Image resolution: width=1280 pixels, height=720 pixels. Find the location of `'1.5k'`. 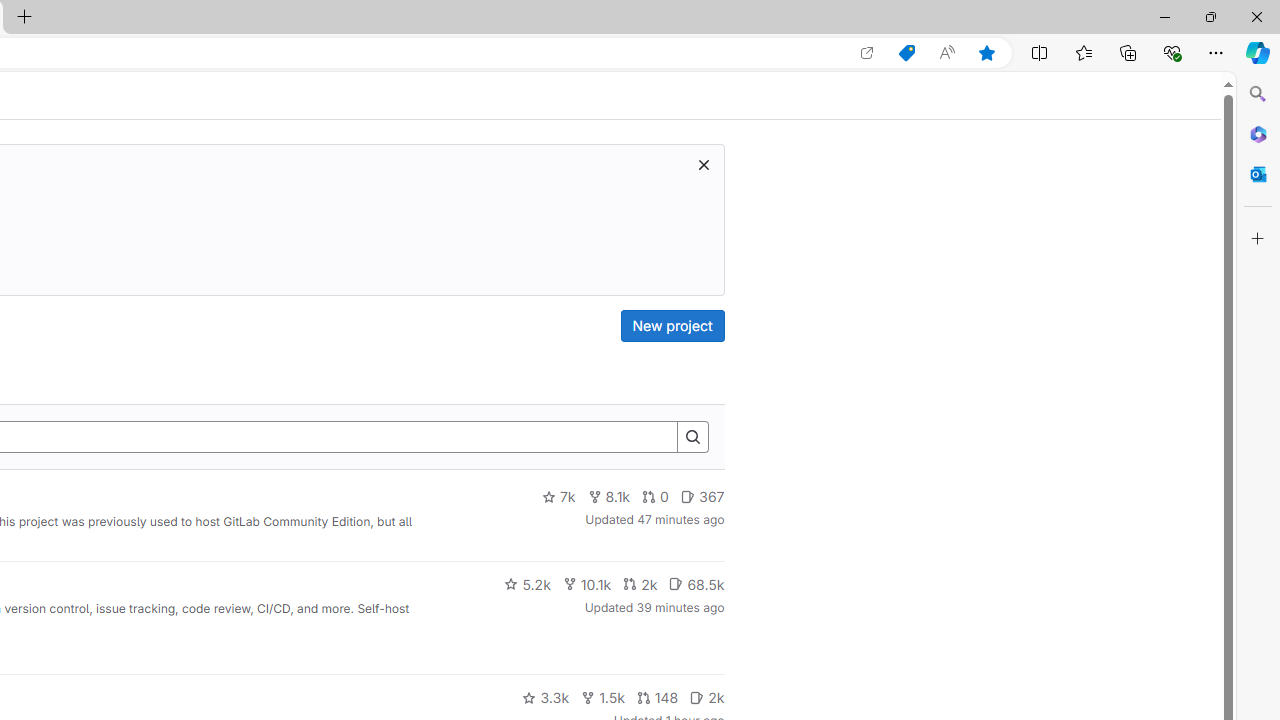

'1.5k' is located at coordinates (601, 697).